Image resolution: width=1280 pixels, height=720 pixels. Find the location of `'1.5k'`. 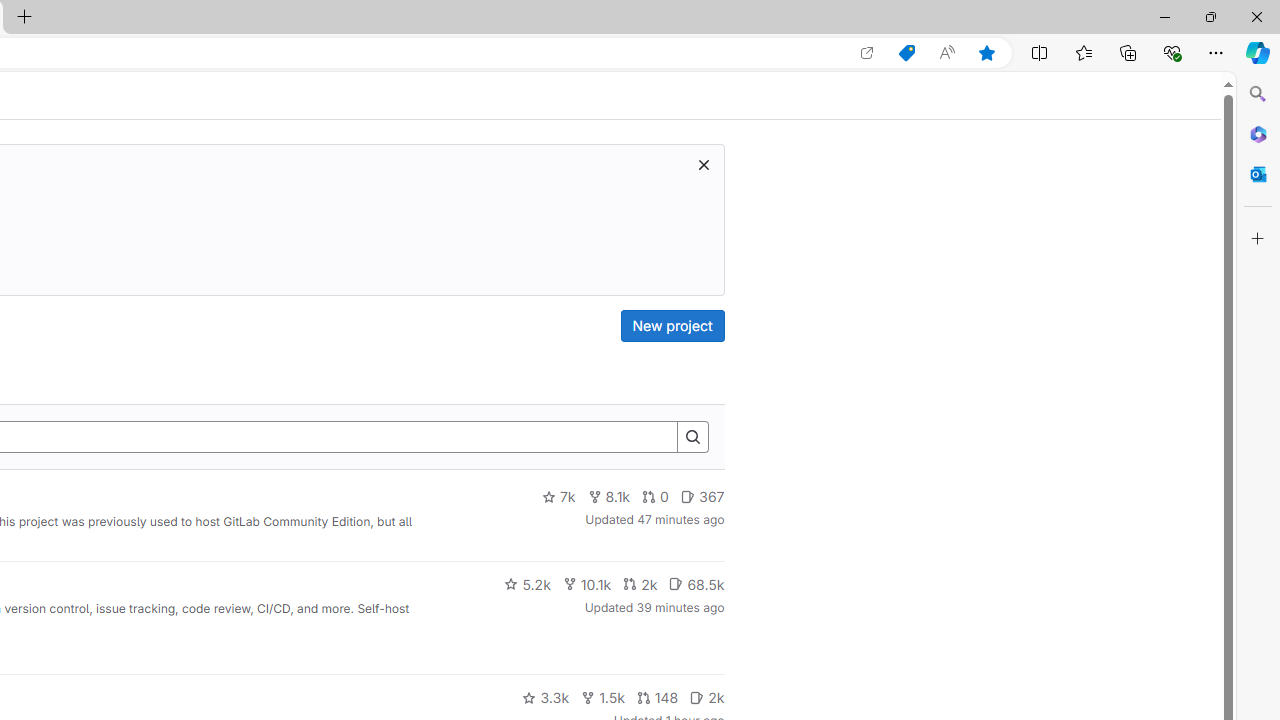

'1.5k' is located at coordinates (601, 697).